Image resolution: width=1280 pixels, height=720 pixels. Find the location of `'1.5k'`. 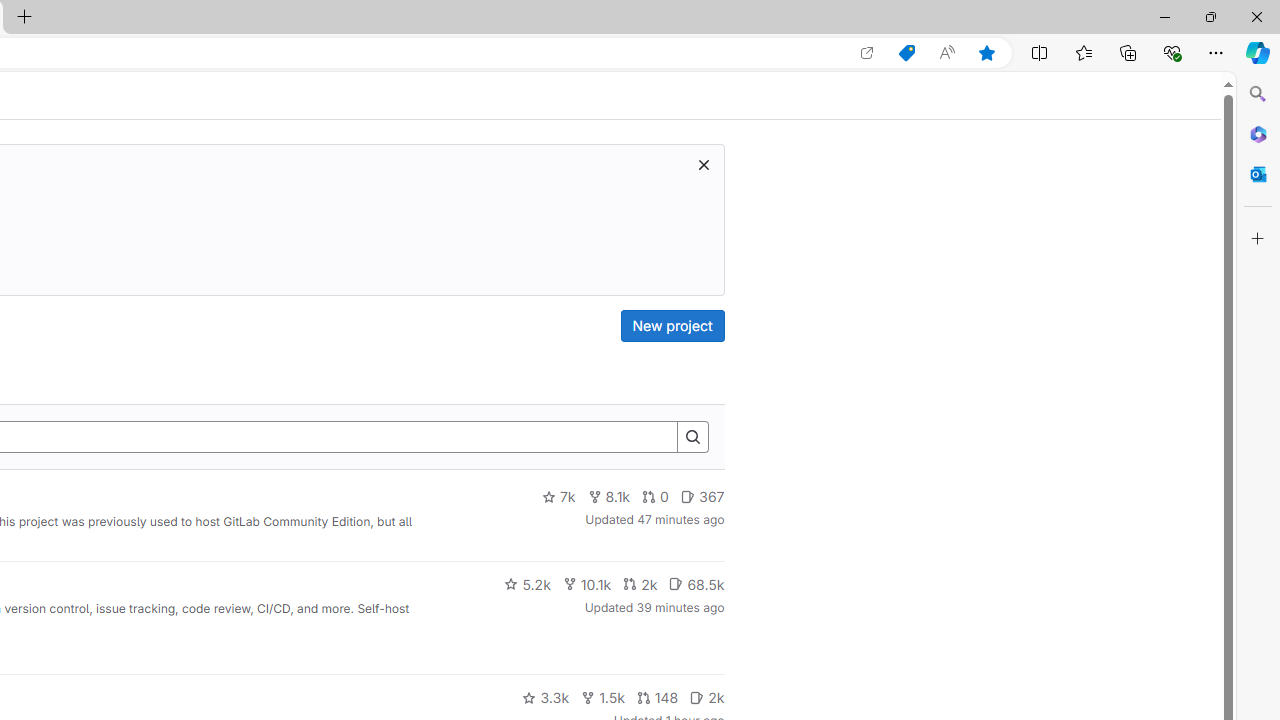

'1.5k' is located at coordinates (601, 697).